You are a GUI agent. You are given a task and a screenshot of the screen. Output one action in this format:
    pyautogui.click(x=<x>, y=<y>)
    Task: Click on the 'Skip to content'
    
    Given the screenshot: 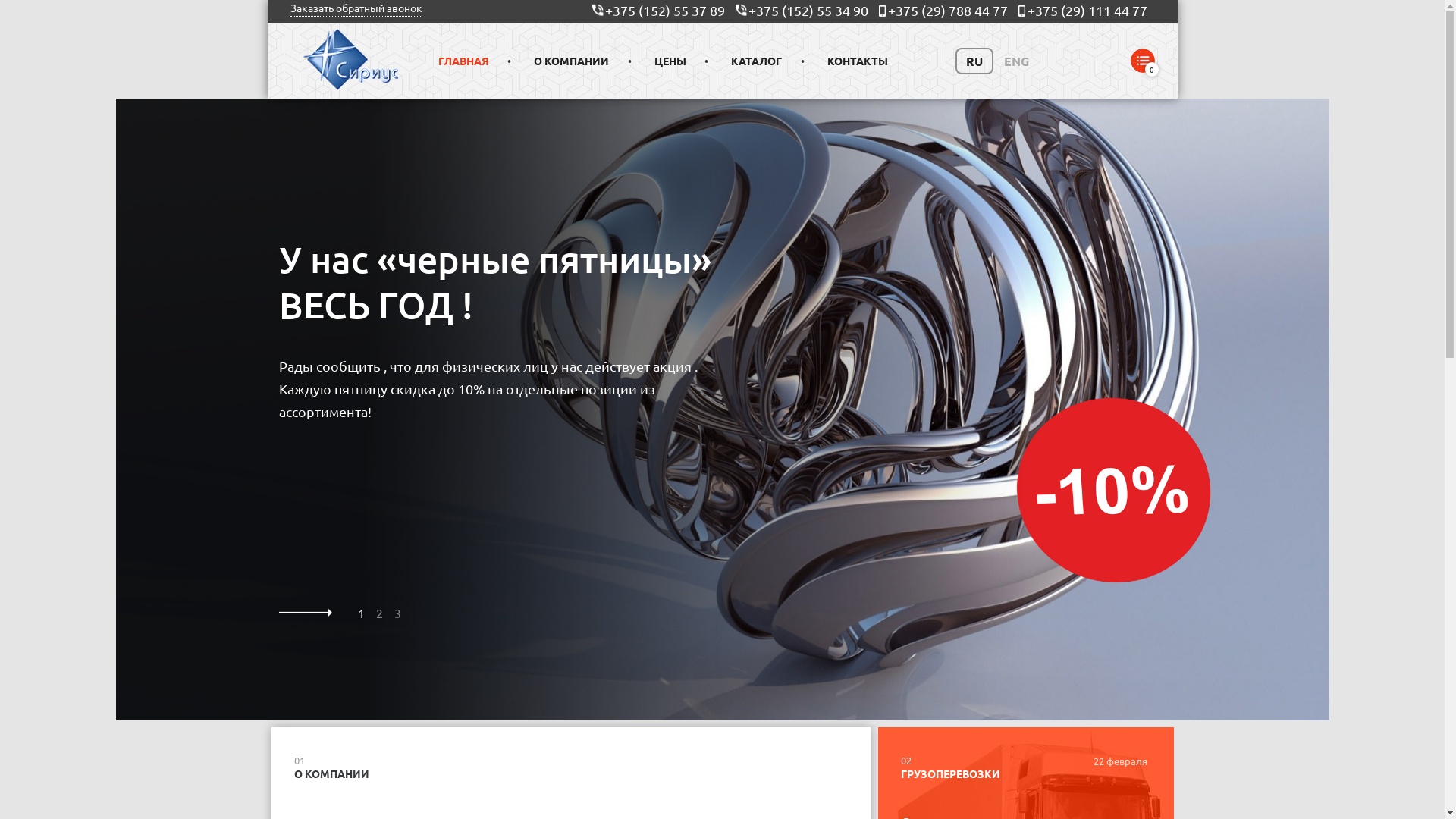 What is the action you would take?
    pyautogui.click(x=0, y=0)
    